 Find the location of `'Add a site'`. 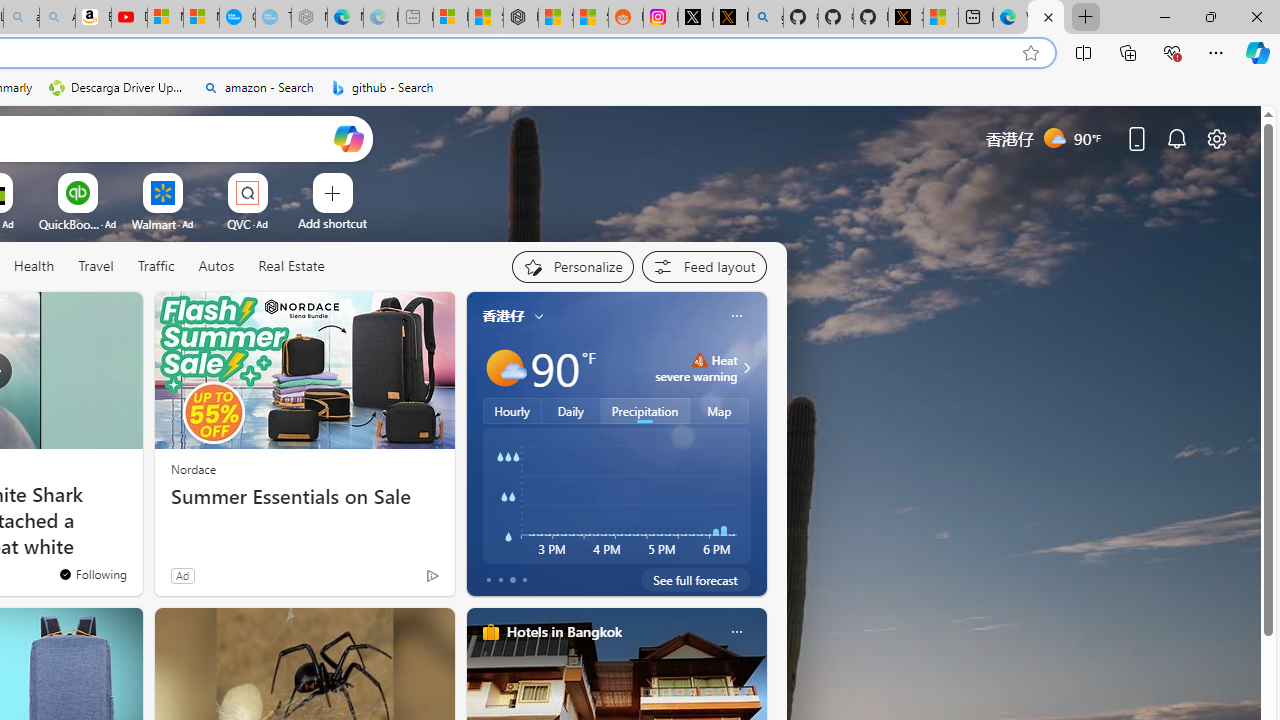

'Add a site' is located at coordinates (332, 223).